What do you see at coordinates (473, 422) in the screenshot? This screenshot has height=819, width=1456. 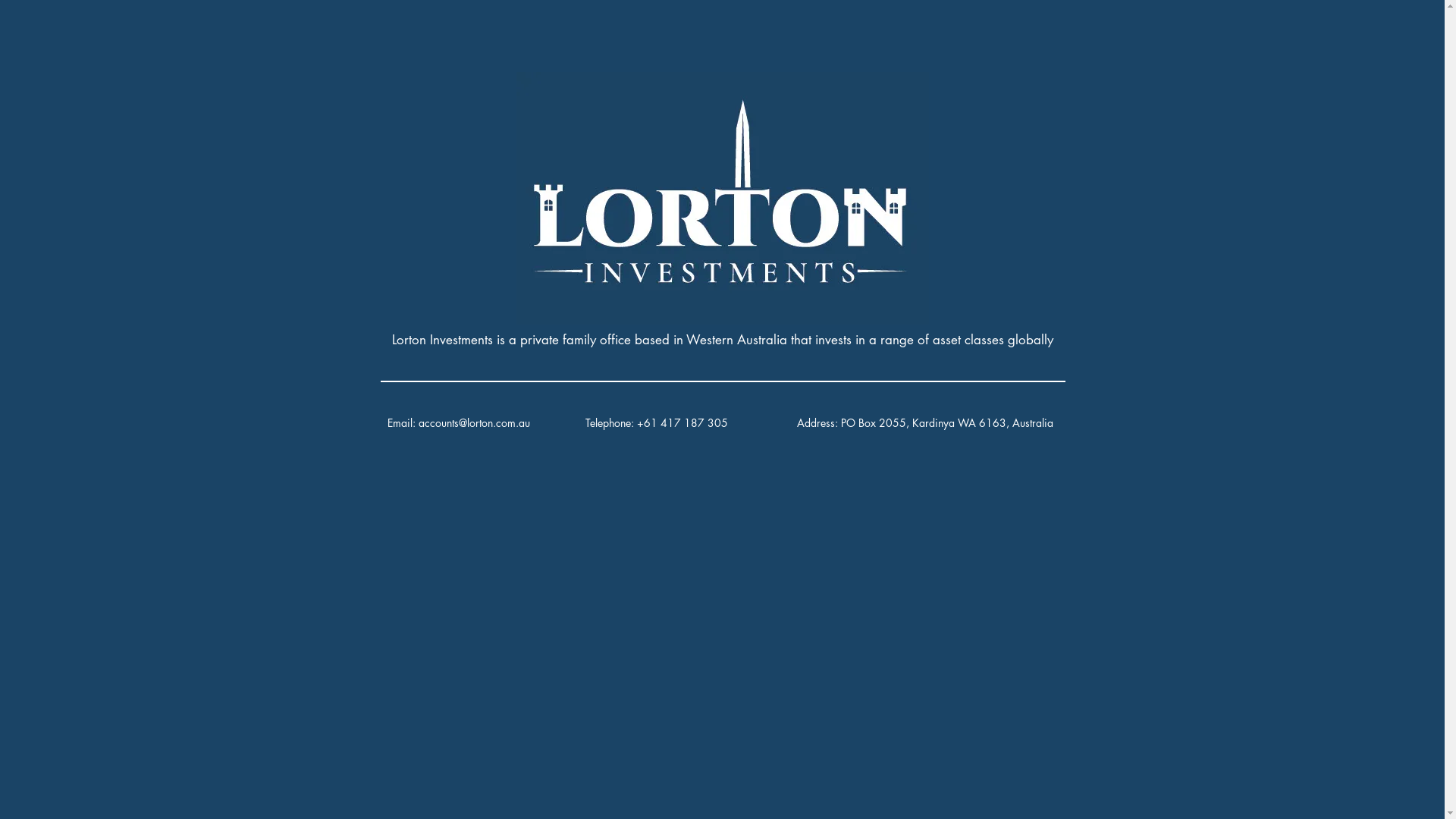 I see `'accounts@lorton.com.au'` at bounding box center [473, 422].